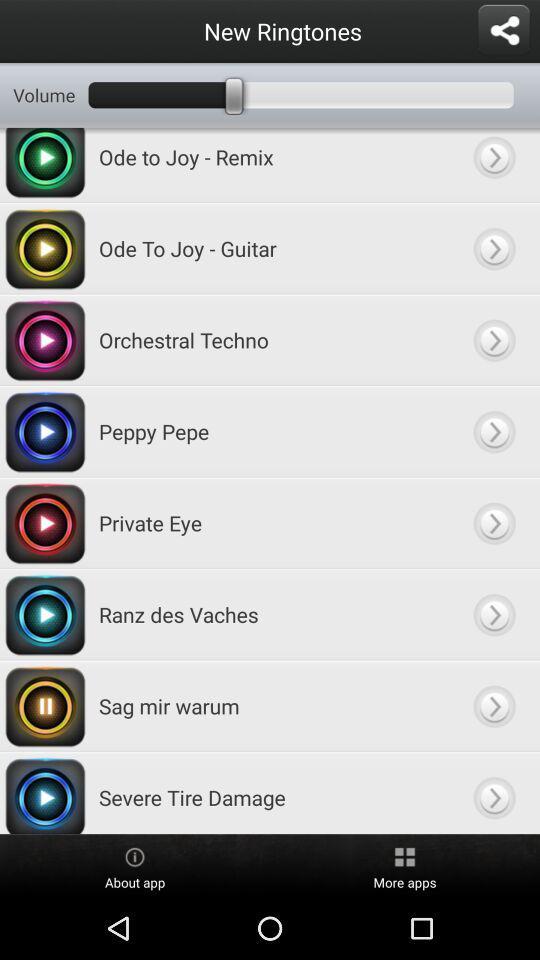 This screenshot has height=960, width=540. Describe the element at coordinates (493, 706) in the screenshot. I see `go option` at that location.